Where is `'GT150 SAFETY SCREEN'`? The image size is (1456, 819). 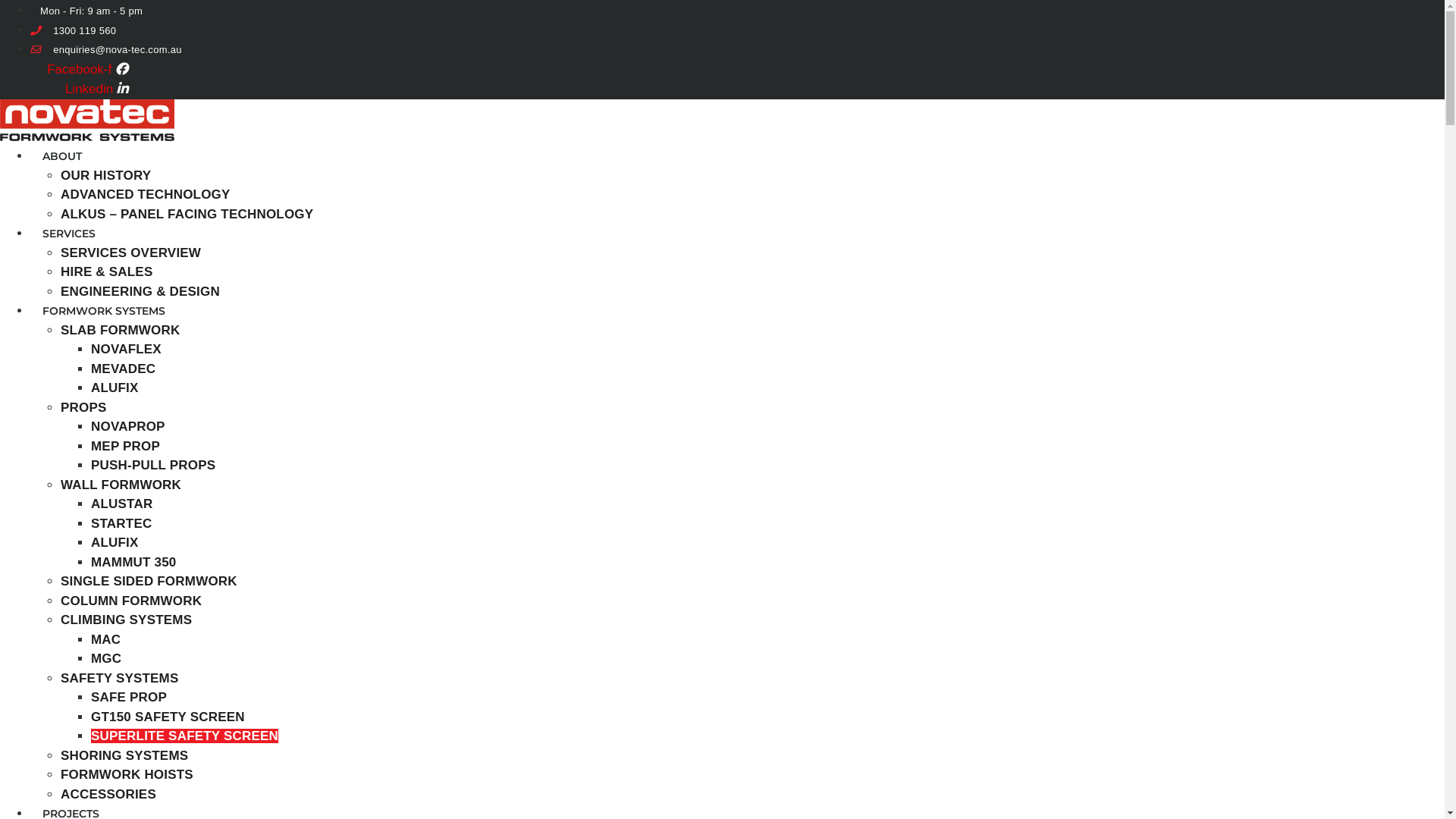 'GT150 SAFETY SCREEN' is located at coordinates (168, 717).